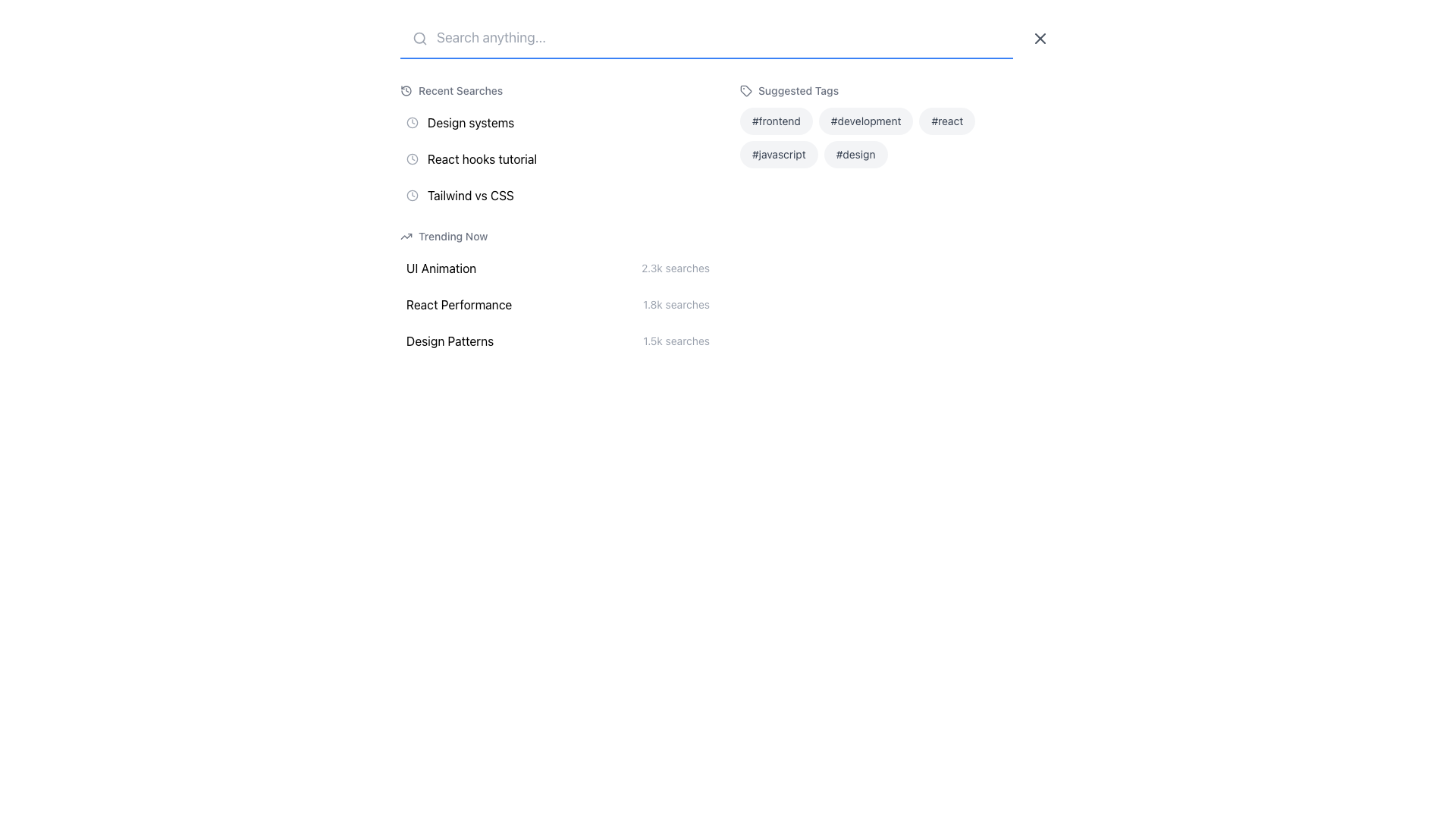 The height and width of the screenshot is (819, 1456). I want to click on an individual item in the recent search queries list located in the upper left quadrant of the interface, so click(557, 146).